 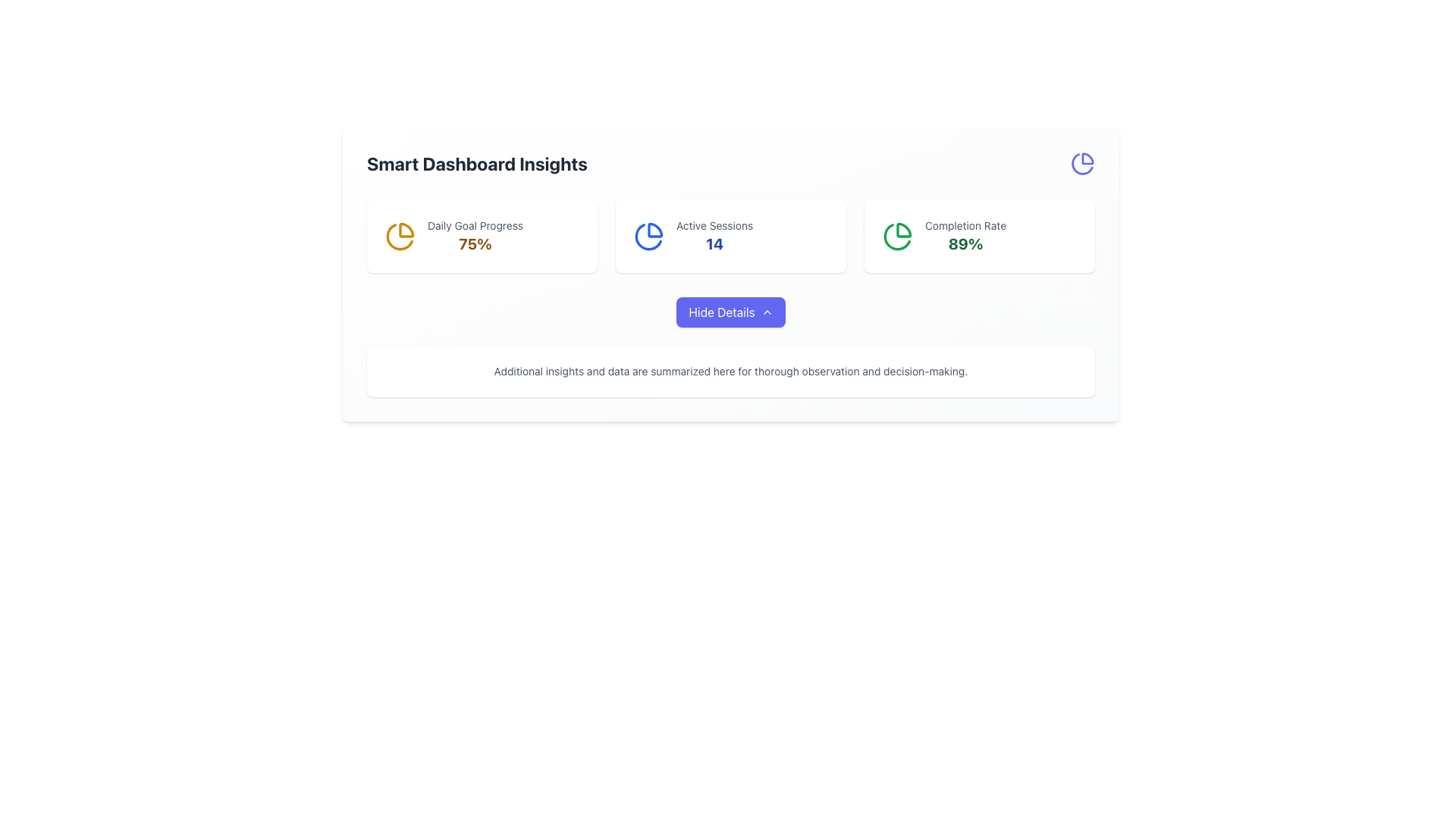 What do you see at coordinates (476, 164) in the screenshot?
I see `text from the prominent text label reading 'Smart Dashboard Insights' located at the top of the interface` at bounding box center [476, 164].